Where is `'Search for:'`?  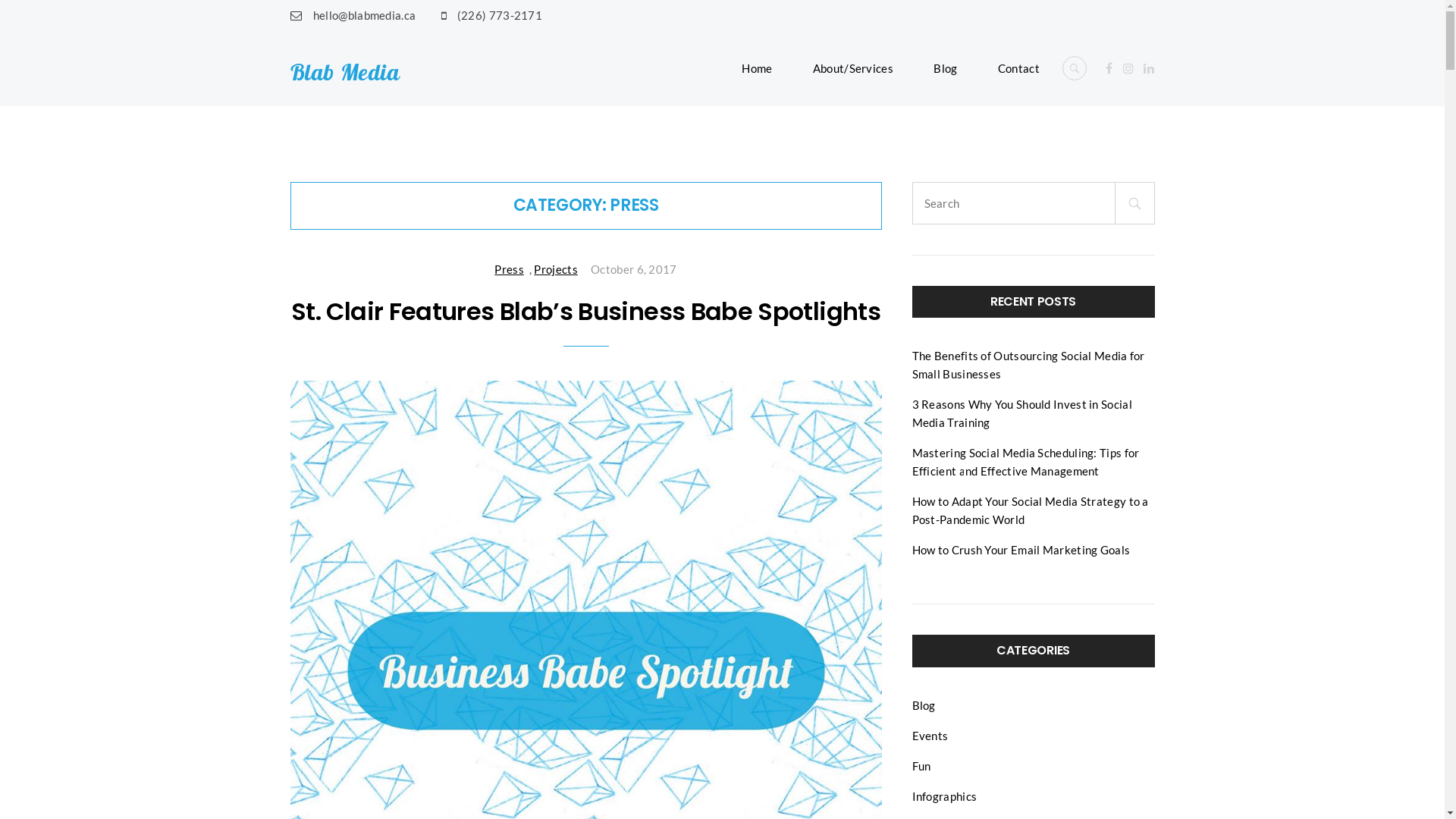
'Search for:' is located at coordinates (989, 202).